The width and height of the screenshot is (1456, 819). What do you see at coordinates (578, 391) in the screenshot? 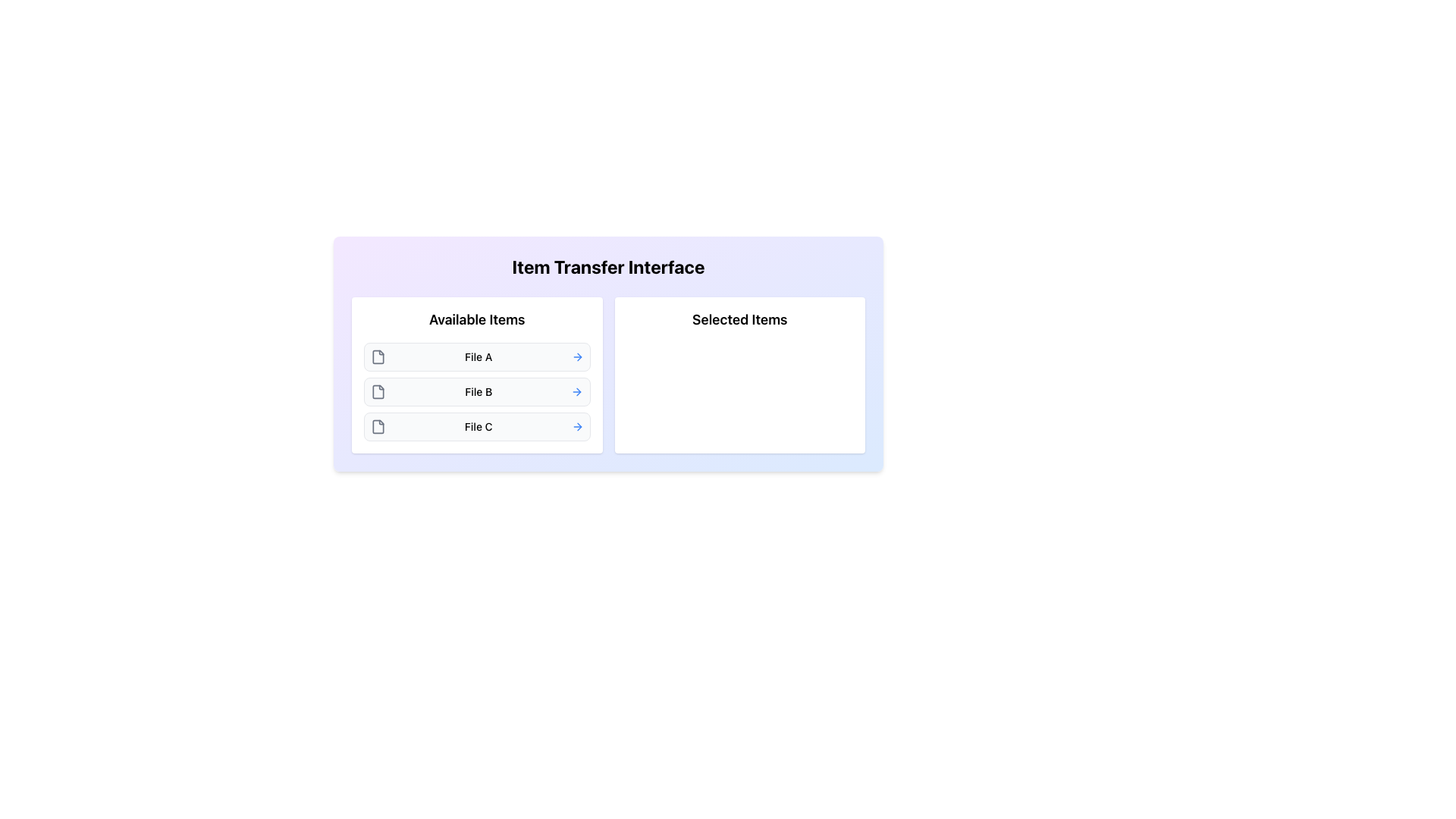
I see `the right-oriented arrow icon located adjacent to the 'File B' label in the 'Available Items' section` at bounding box center [578, 391].